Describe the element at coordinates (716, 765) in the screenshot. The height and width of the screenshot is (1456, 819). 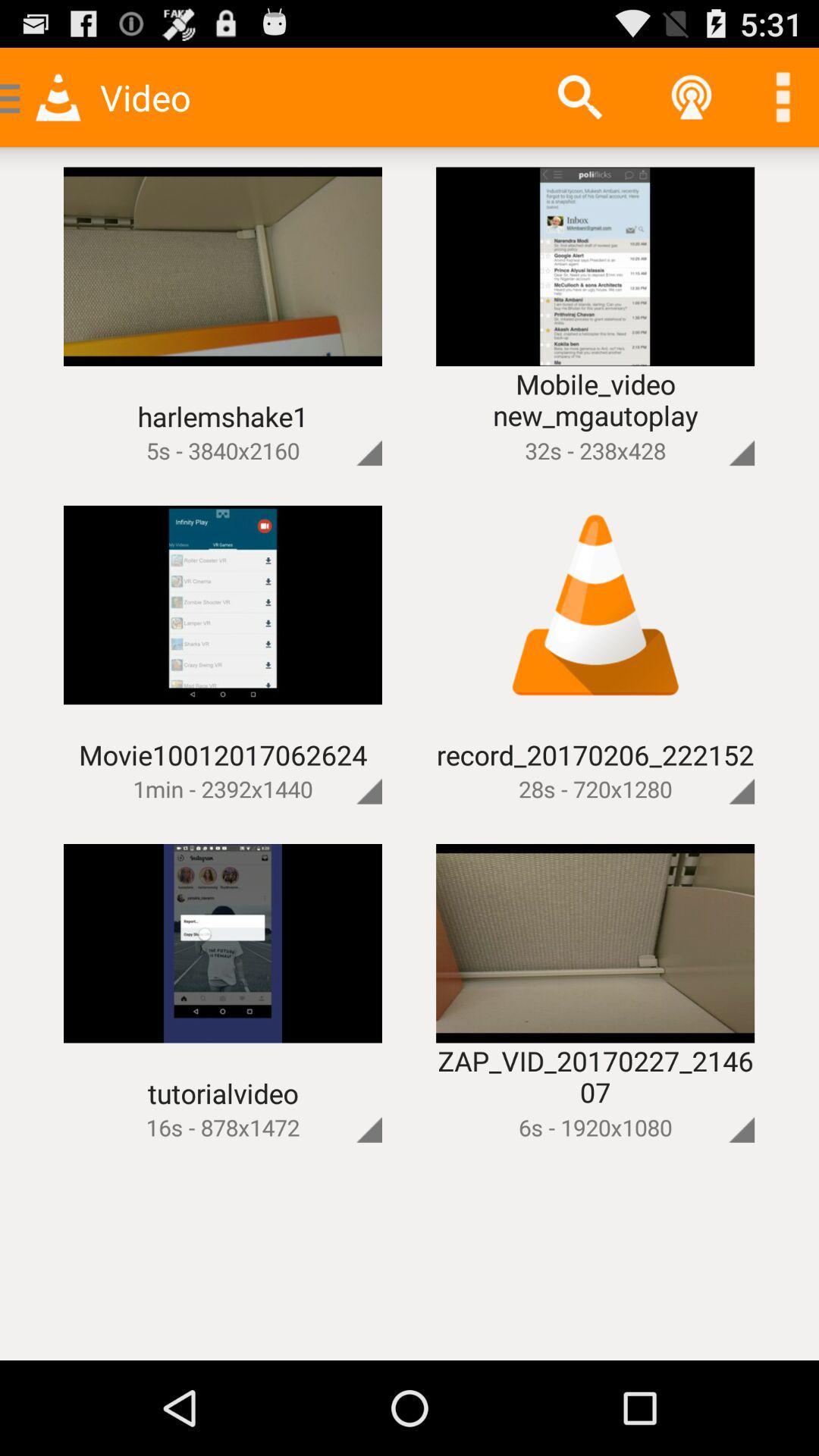
I see `full size image` at that location.